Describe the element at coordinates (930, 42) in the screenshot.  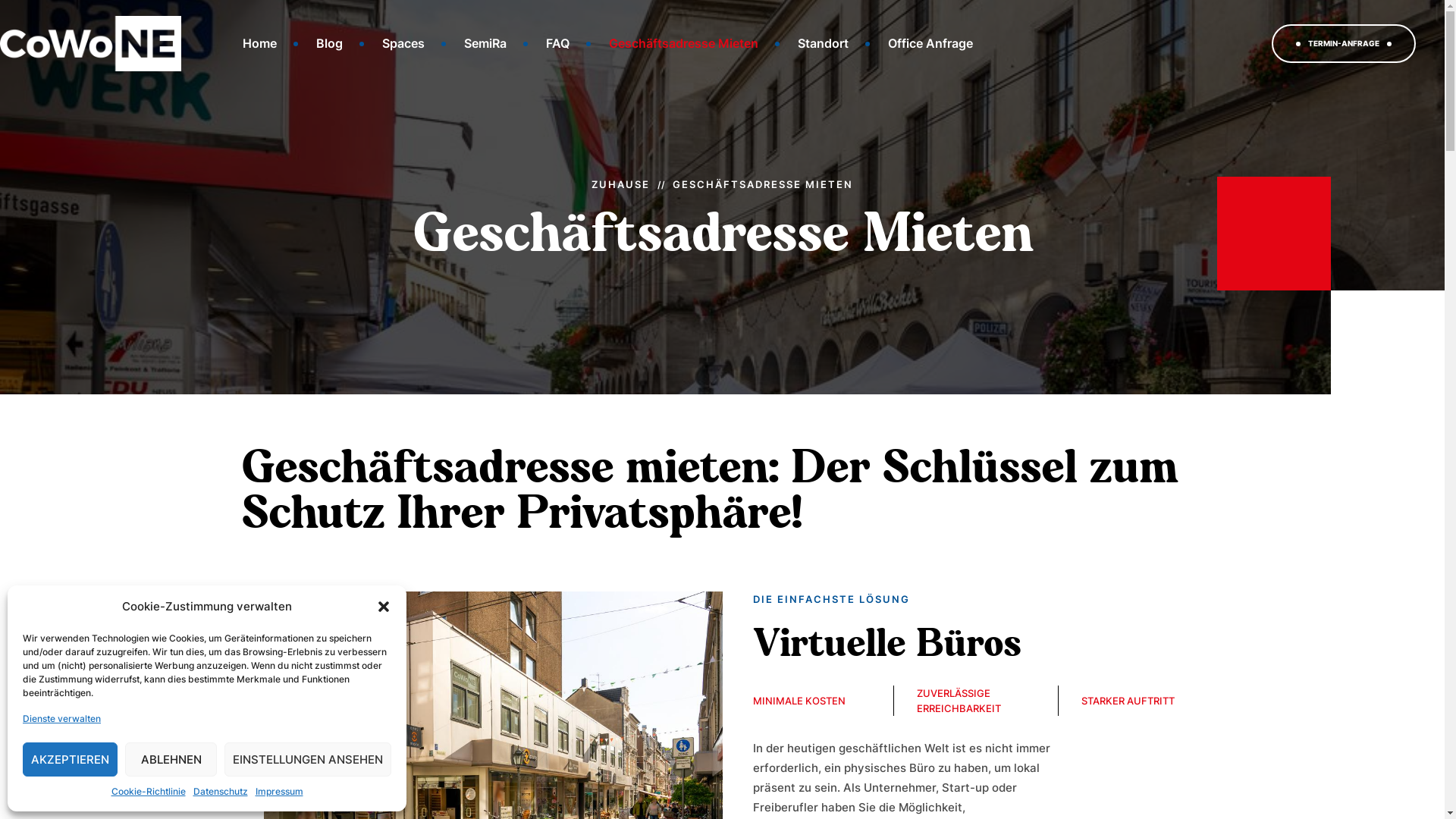
I see `'Office Anfrage'` at that location.